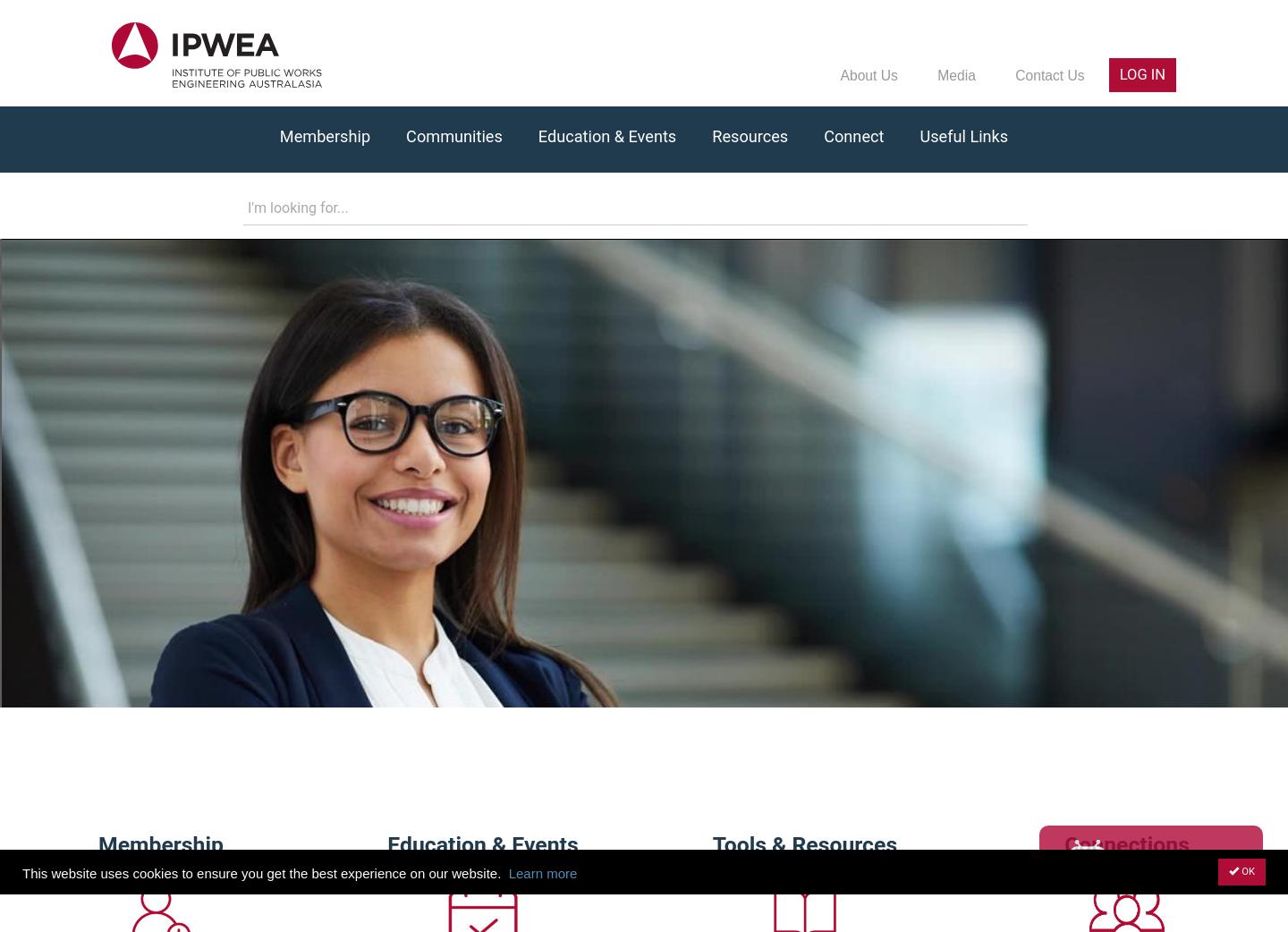 This screenshot has height=932, width=1288. Describe the element at coordinates (712, 843) in the screenshot. I see `'Tools & Resources'` at that location.